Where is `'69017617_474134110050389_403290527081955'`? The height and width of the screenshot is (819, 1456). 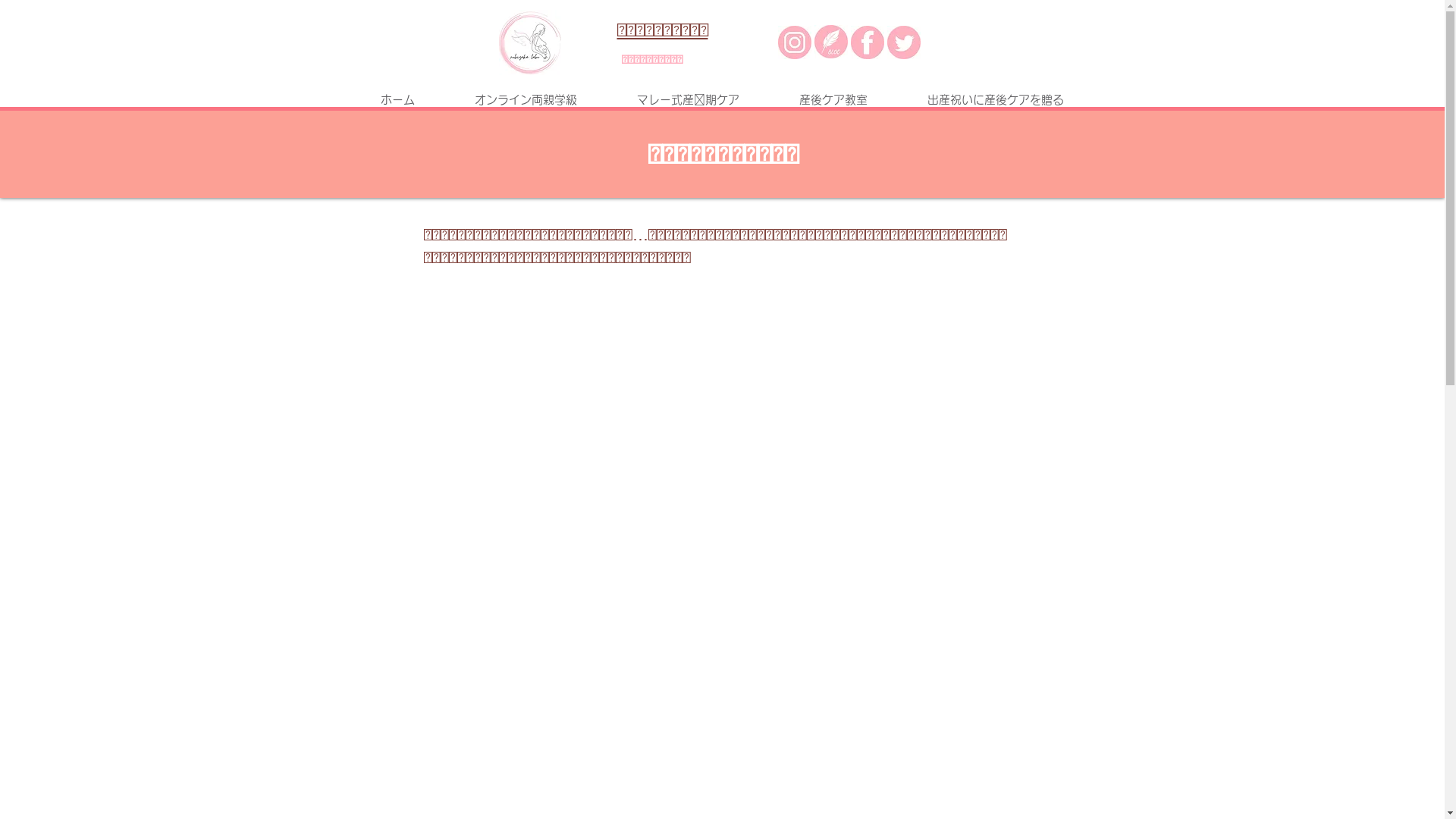
'69017617_474134110050389_403290527081955' is located at coordinates (498, 42).